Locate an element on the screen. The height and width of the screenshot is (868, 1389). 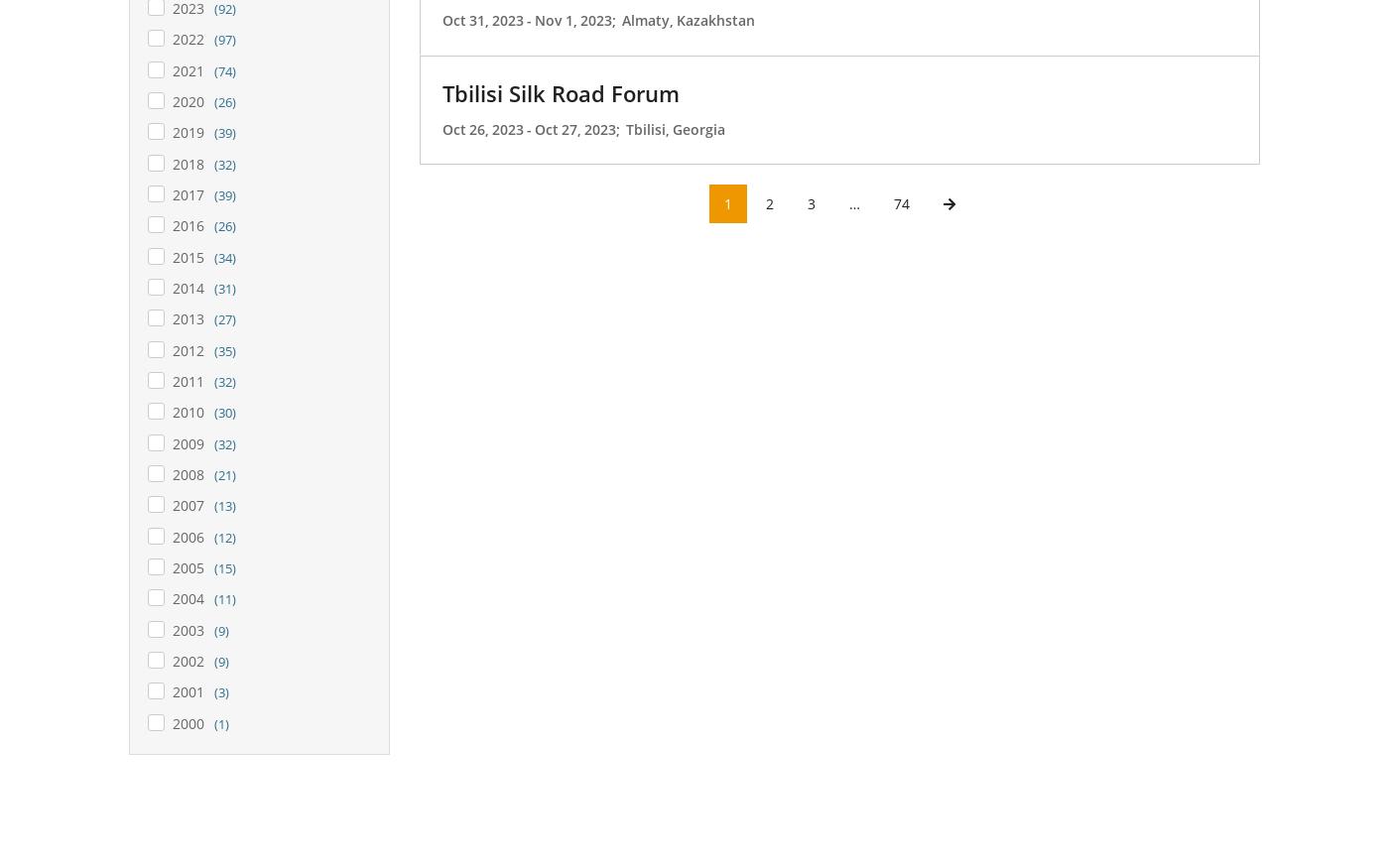
'74' is located at coordinates (901, 203).